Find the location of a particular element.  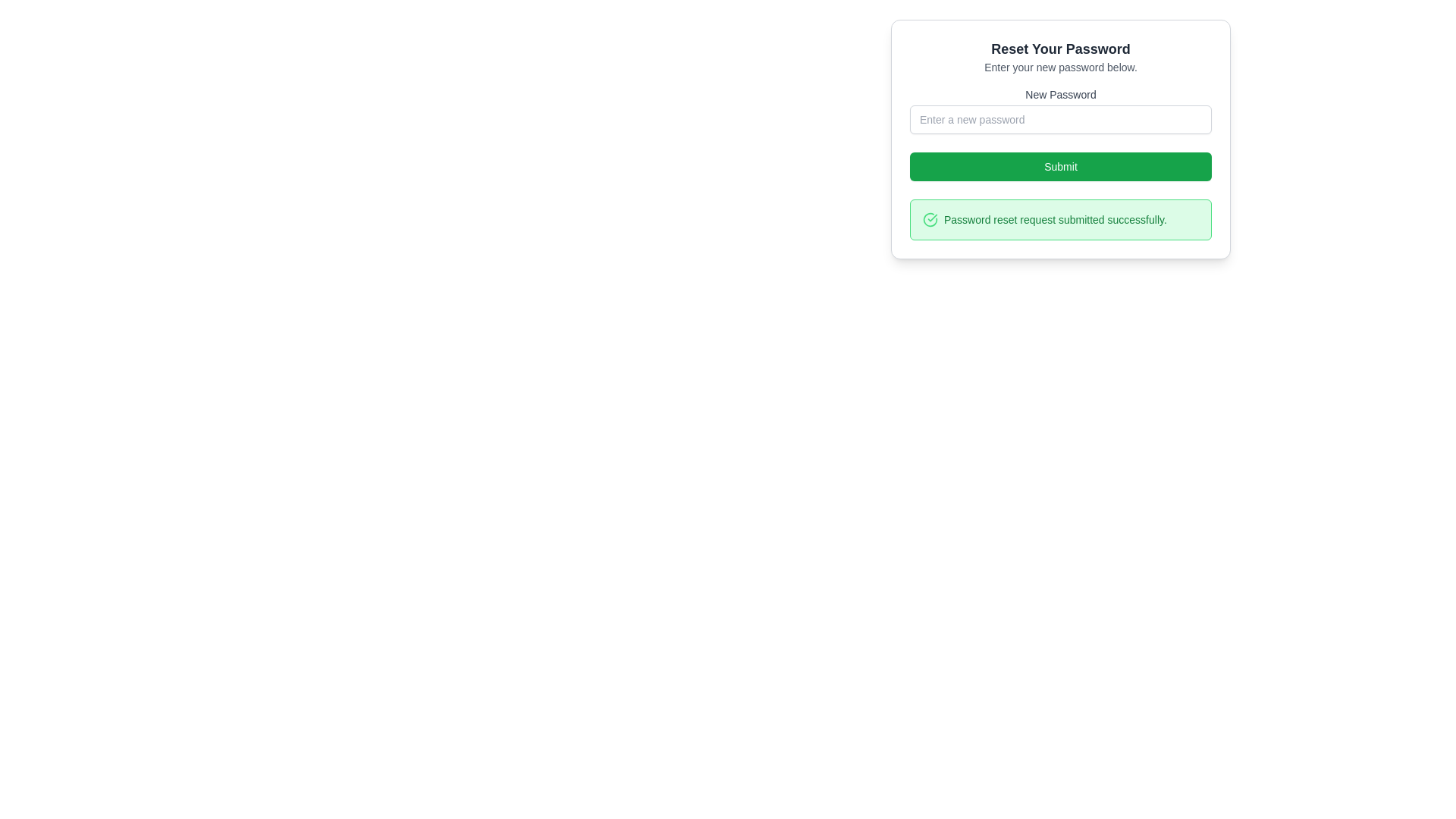

the green 'Submit' button with white bold text that is located below the password input field is located at coordinates (1059, 166).